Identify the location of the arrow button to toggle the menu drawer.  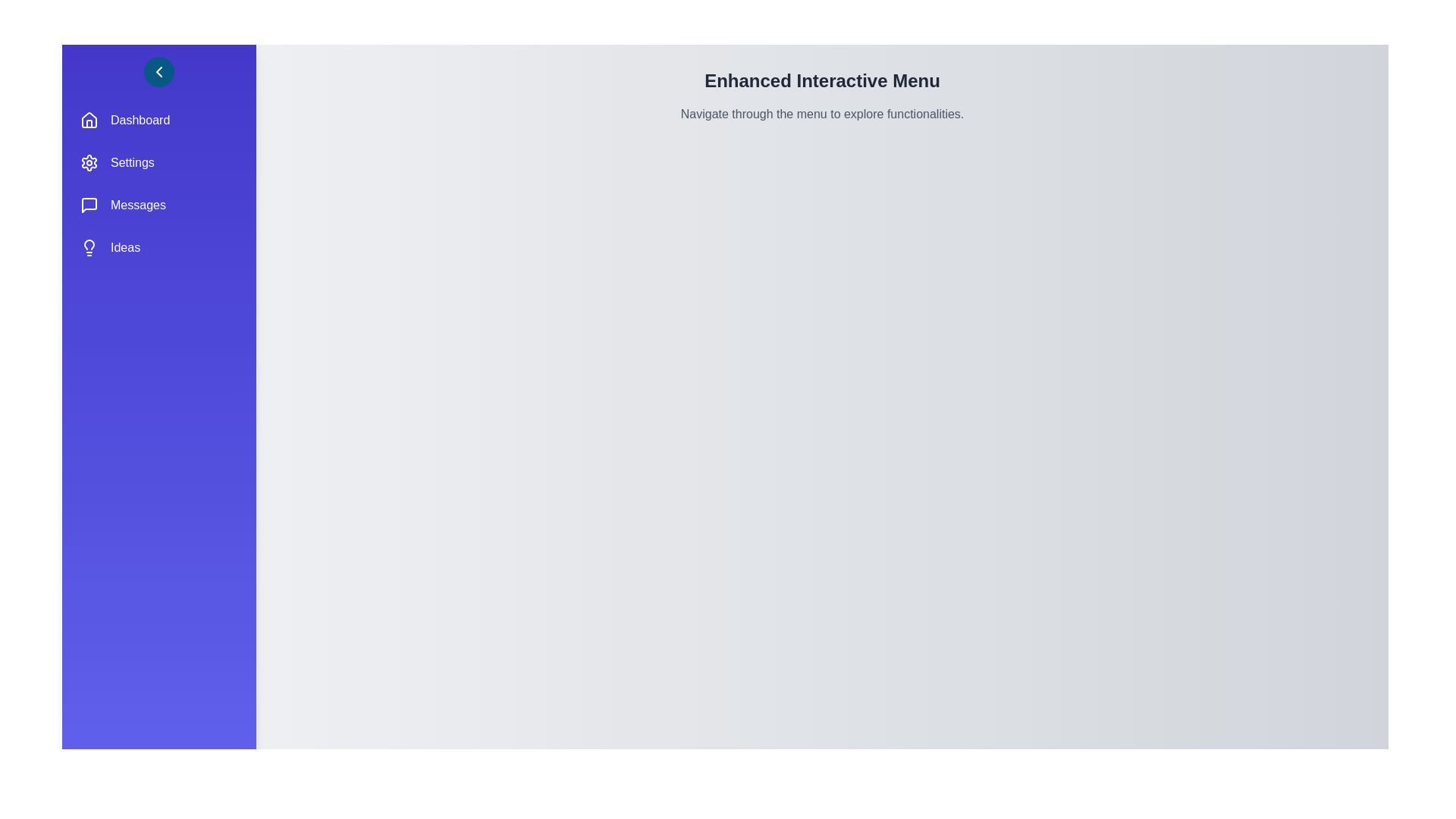
(159, 72).